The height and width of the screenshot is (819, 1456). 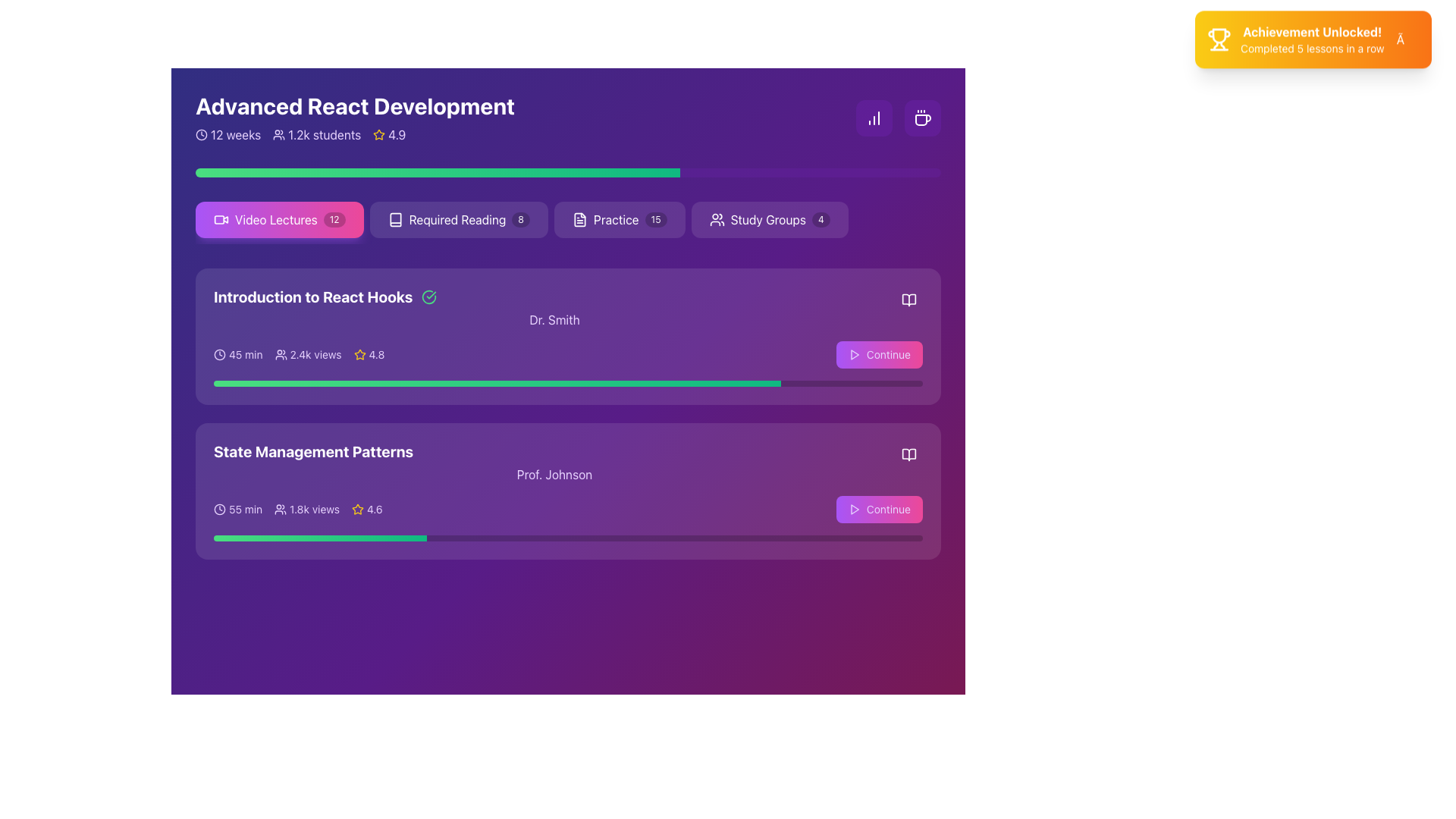 I want to click on the metadata bar displaying course information, so click(x=354, y=133).